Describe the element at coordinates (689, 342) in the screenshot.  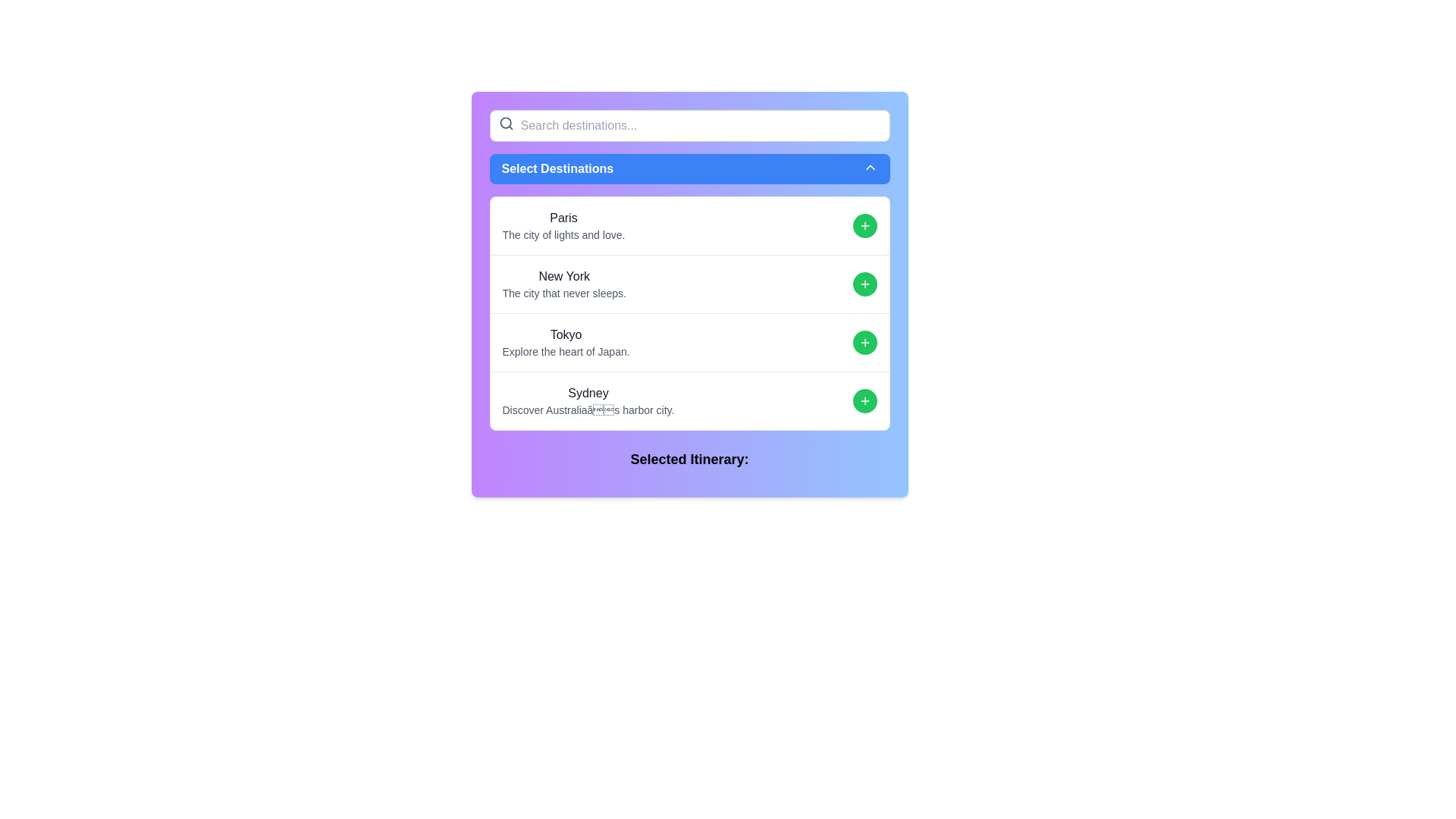
I see `the third list item displaying 'Tokyo' with a green circular button on its right side, positioned between 'New York' and 'Sydney' in a vertical list` at that location.